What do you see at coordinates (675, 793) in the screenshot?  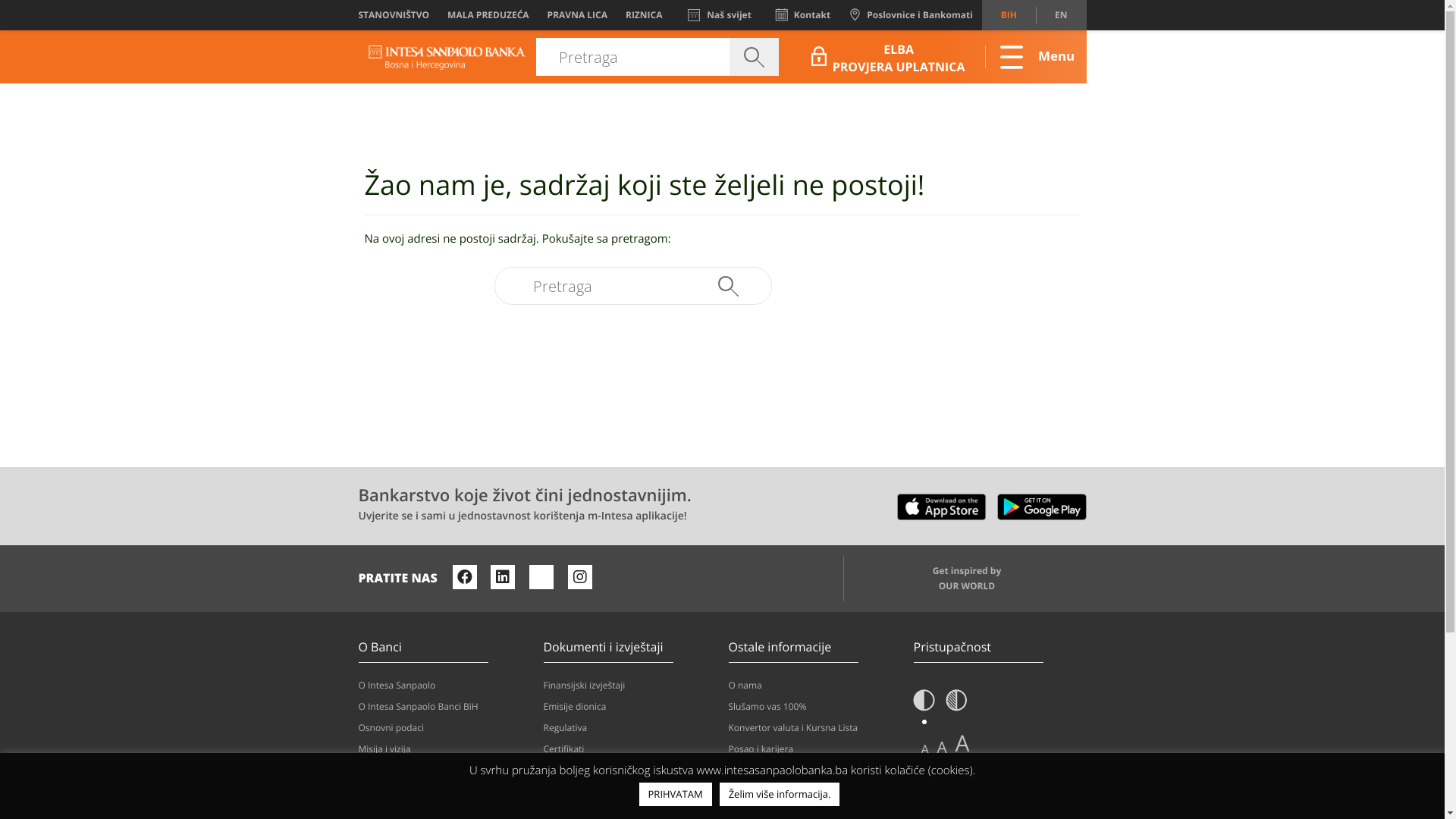 I see `'PRIHVATAM'` at bounding box center [675, 793].